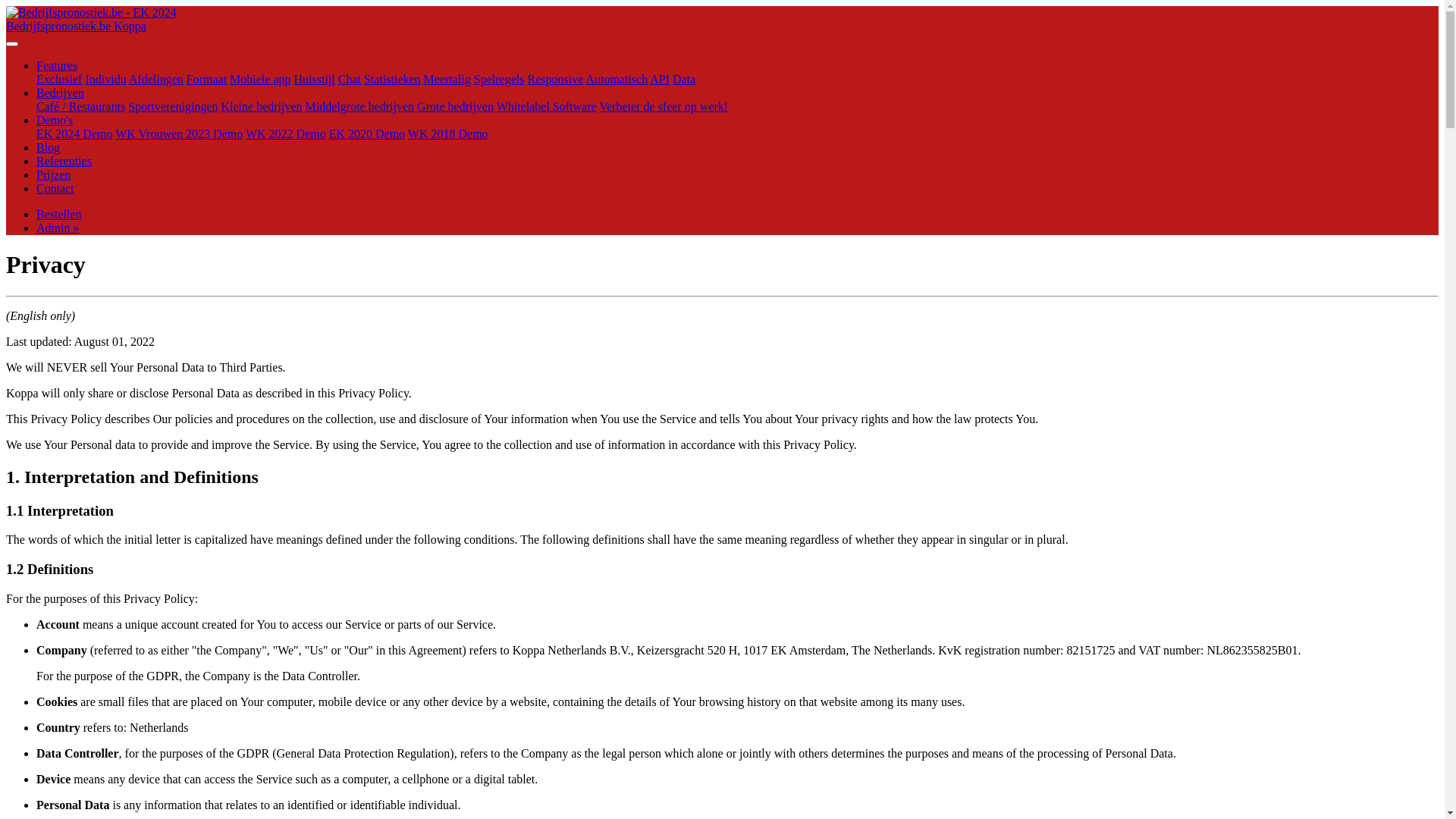 The image size is (1456, 819). What do you see at coordinates (328, 133) in the screenshot?
I see `'EK 2020 Demo'` at bounding box center [328, 133].